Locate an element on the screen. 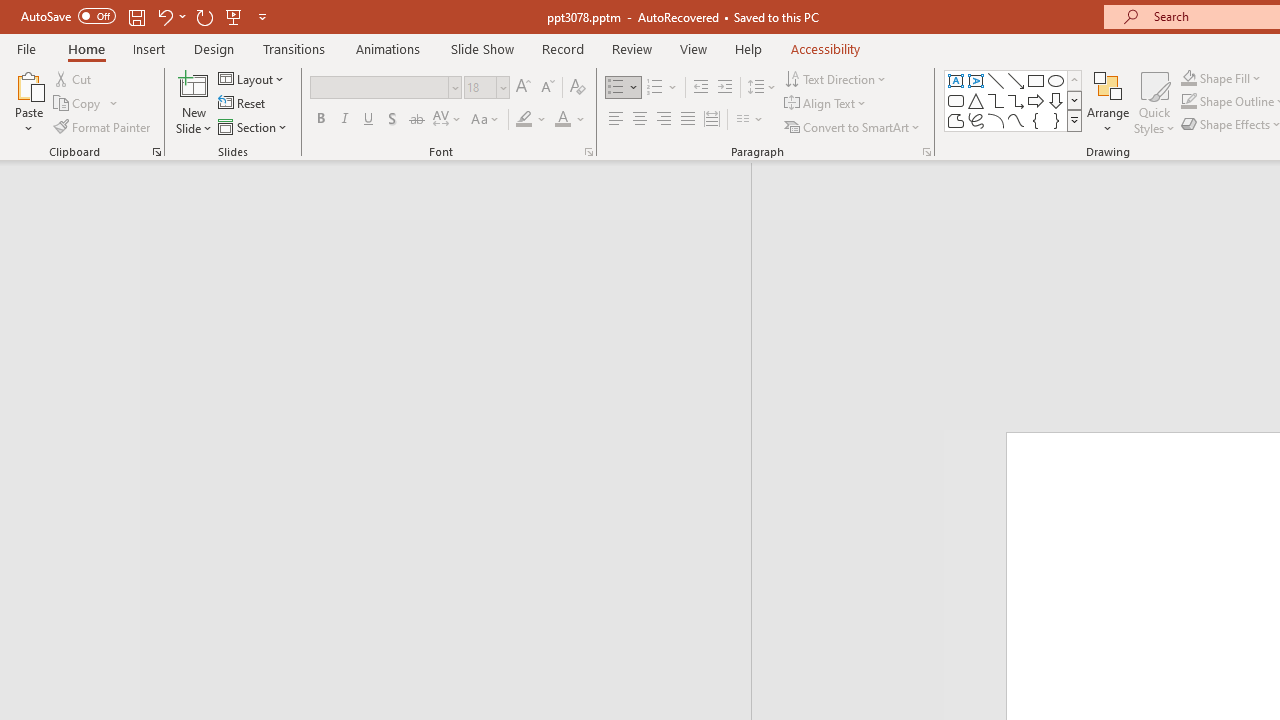 This screenshot has height=720, width=1280. 'Character Spacing' is located at coordinates (447, 119).